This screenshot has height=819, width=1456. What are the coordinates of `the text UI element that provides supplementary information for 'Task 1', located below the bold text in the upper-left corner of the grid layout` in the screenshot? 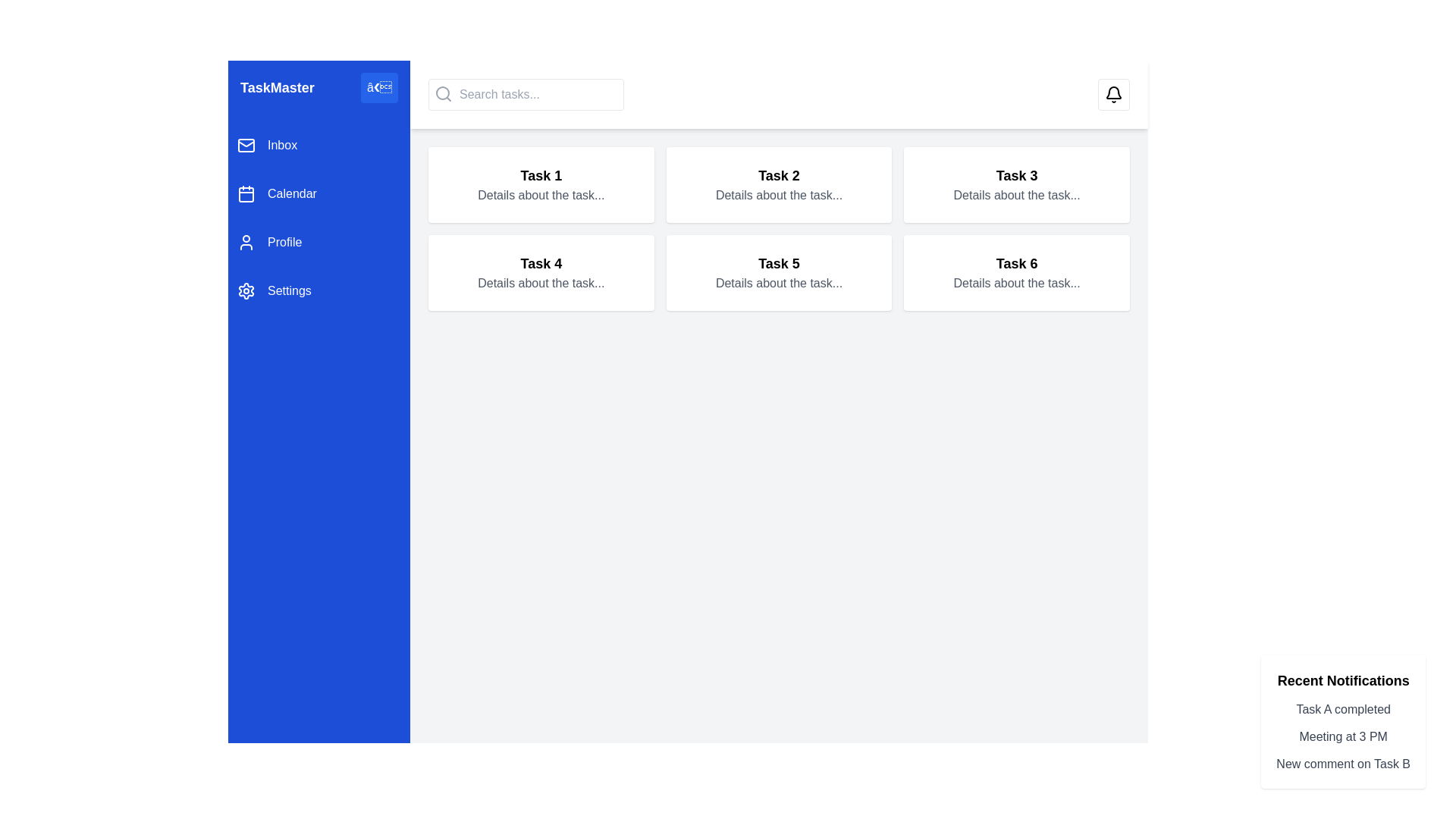 It's located at (541, 195).